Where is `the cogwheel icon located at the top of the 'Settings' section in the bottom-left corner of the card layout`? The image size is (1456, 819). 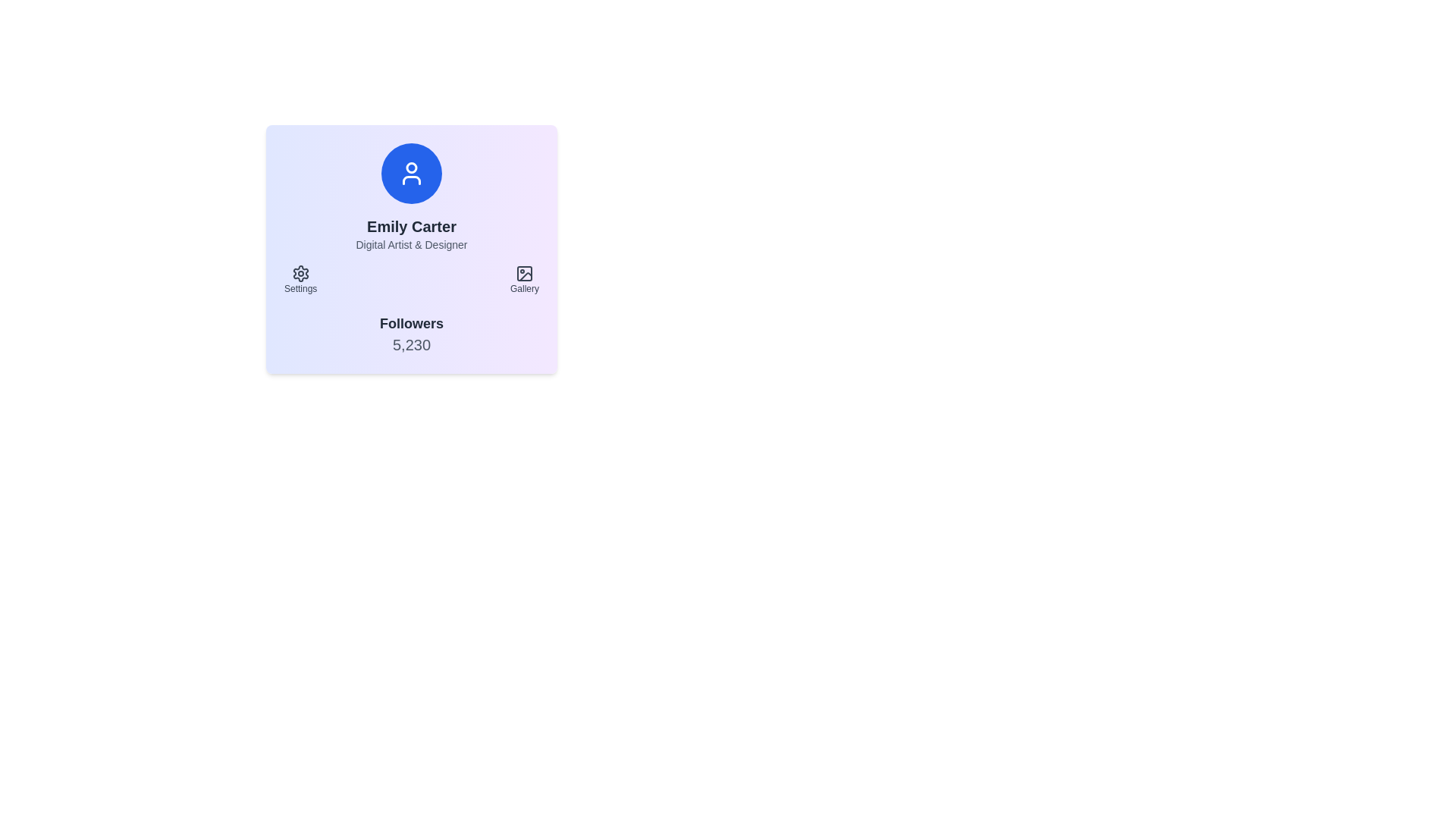 the cogwheel icon located at the top of the 'Settings' section in the bottom-left corner of the card layout is located at coordinates (300, 274).